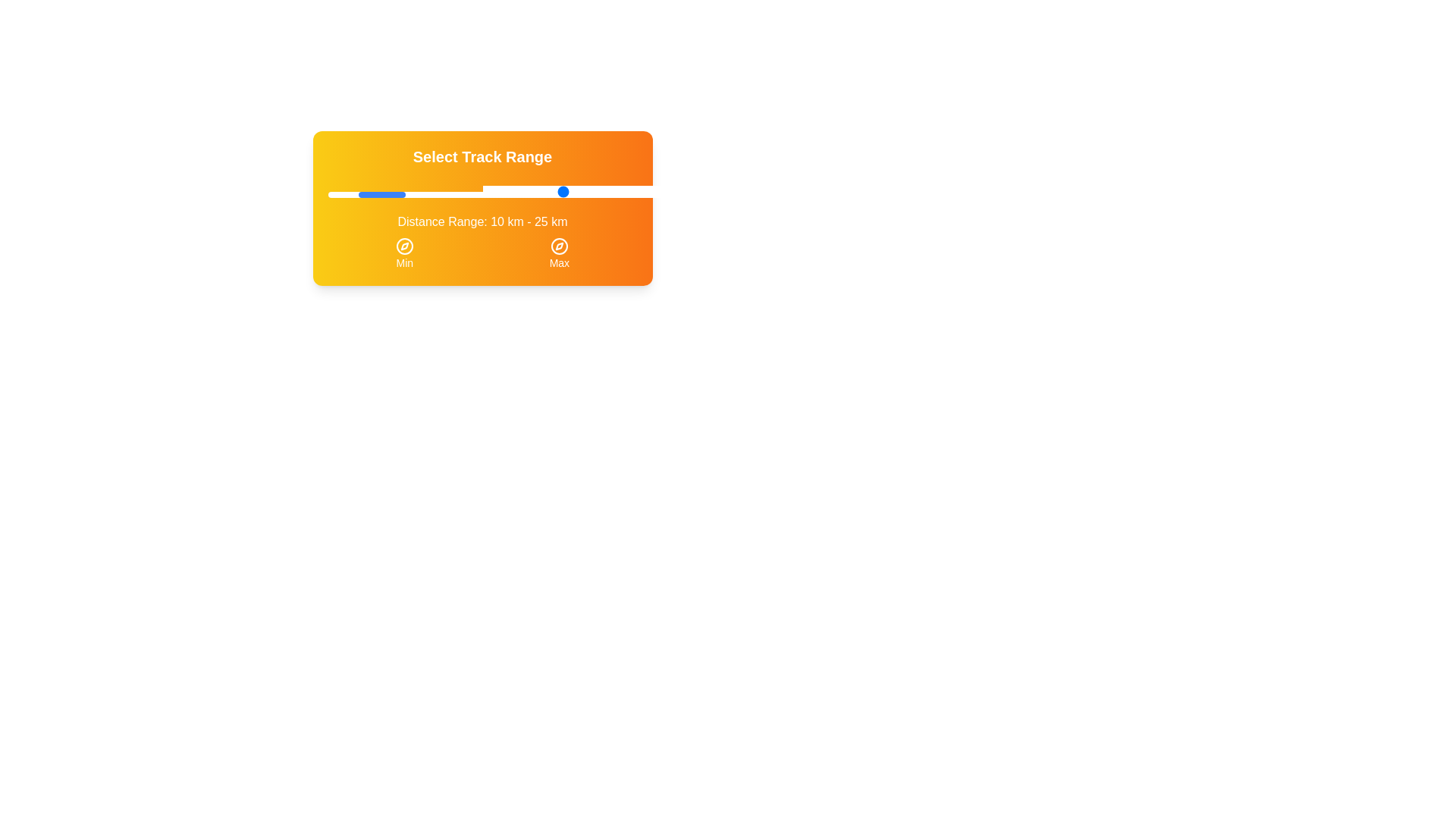 The width and height of the screenshot is (1456, 819). What do you see at coordinates (584, 194) in the screenshot?
I see `the range slider's value` at bounding box center [584, 194].